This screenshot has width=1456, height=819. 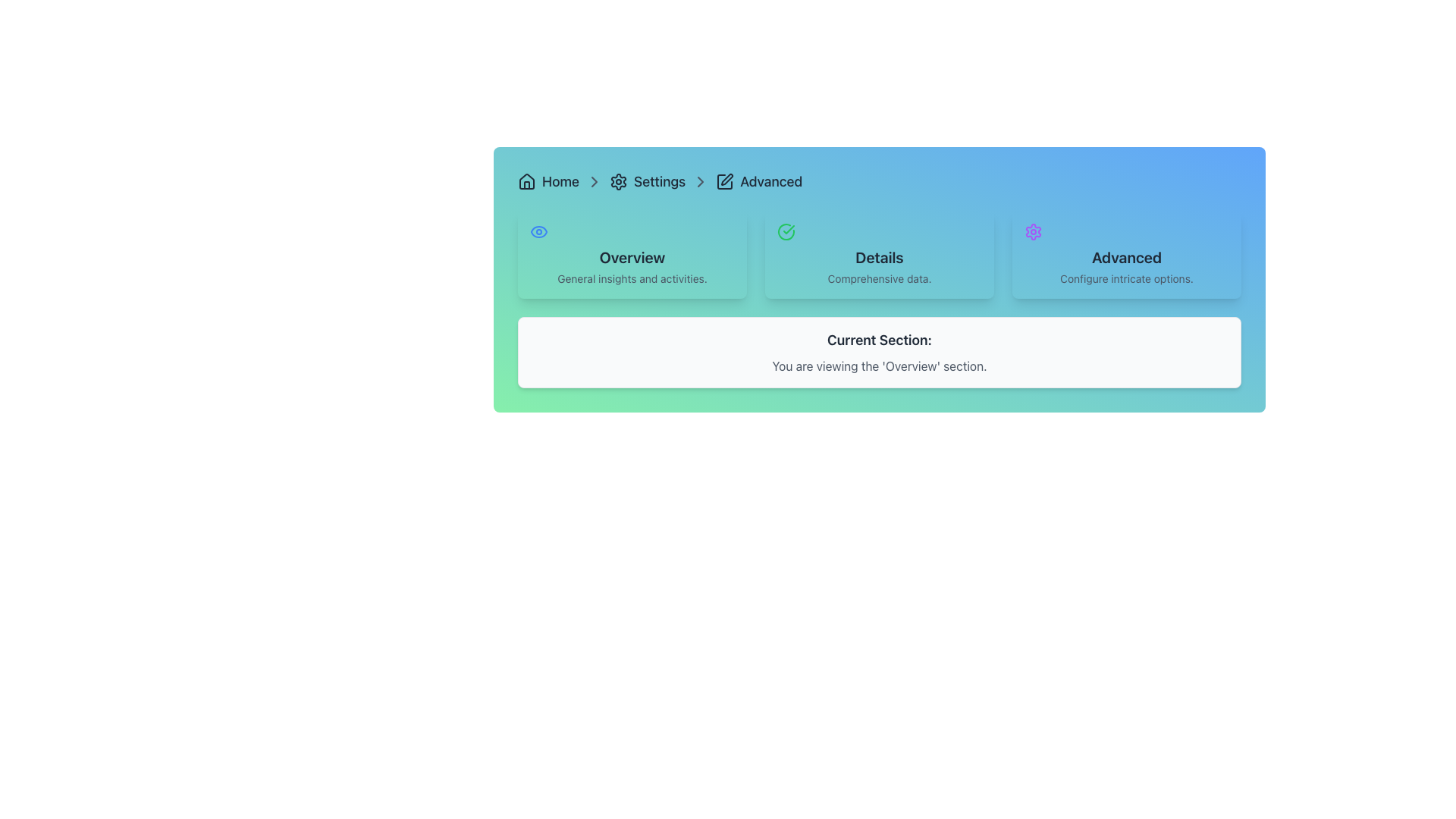 What do you see at coordinates (880, 253) in the screenshot?
I see `information from the Section Block that contains a green check circle icon, bold text 'Details', and descriptive text 'Comprehensive data.'` at bounding box center [880, 253].